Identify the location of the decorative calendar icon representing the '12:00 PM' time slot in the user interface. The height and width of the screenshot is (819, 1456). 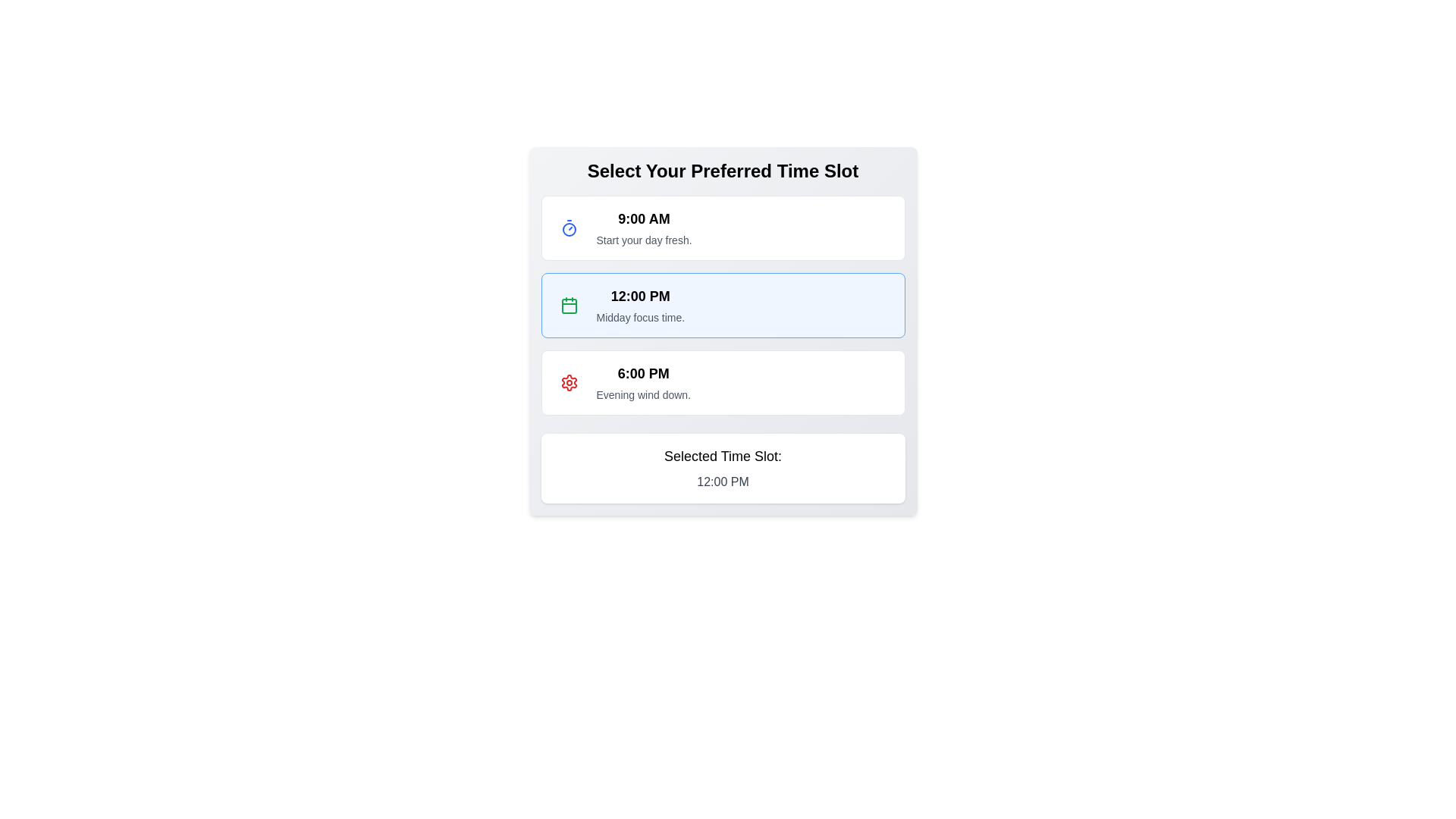
(568, 306).